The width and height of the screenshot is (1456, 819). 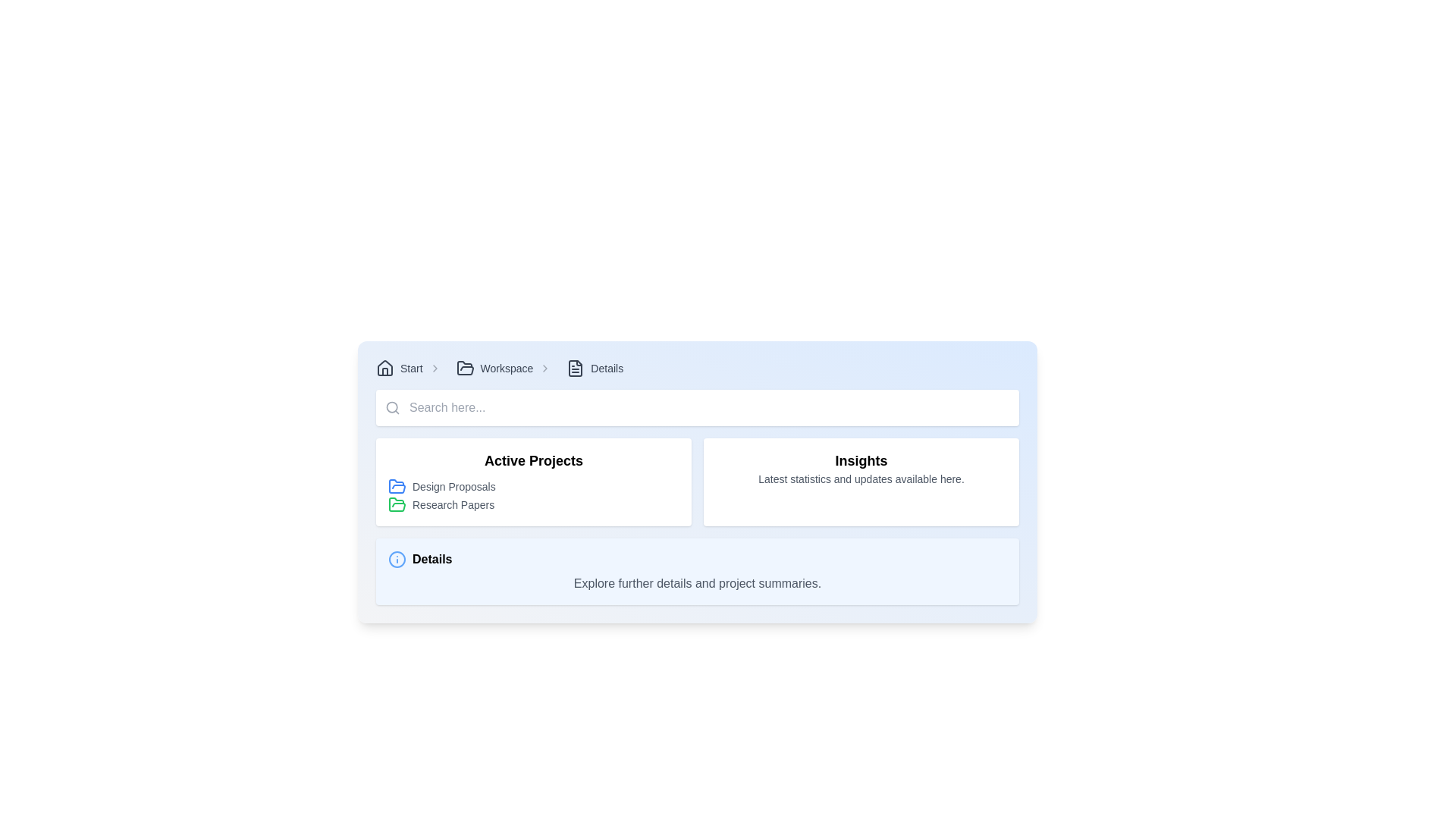 I want to click on the 'home' SVG-based icon located at the top-left corner of the navigation breadcrumb, so click(x=385, y=369).